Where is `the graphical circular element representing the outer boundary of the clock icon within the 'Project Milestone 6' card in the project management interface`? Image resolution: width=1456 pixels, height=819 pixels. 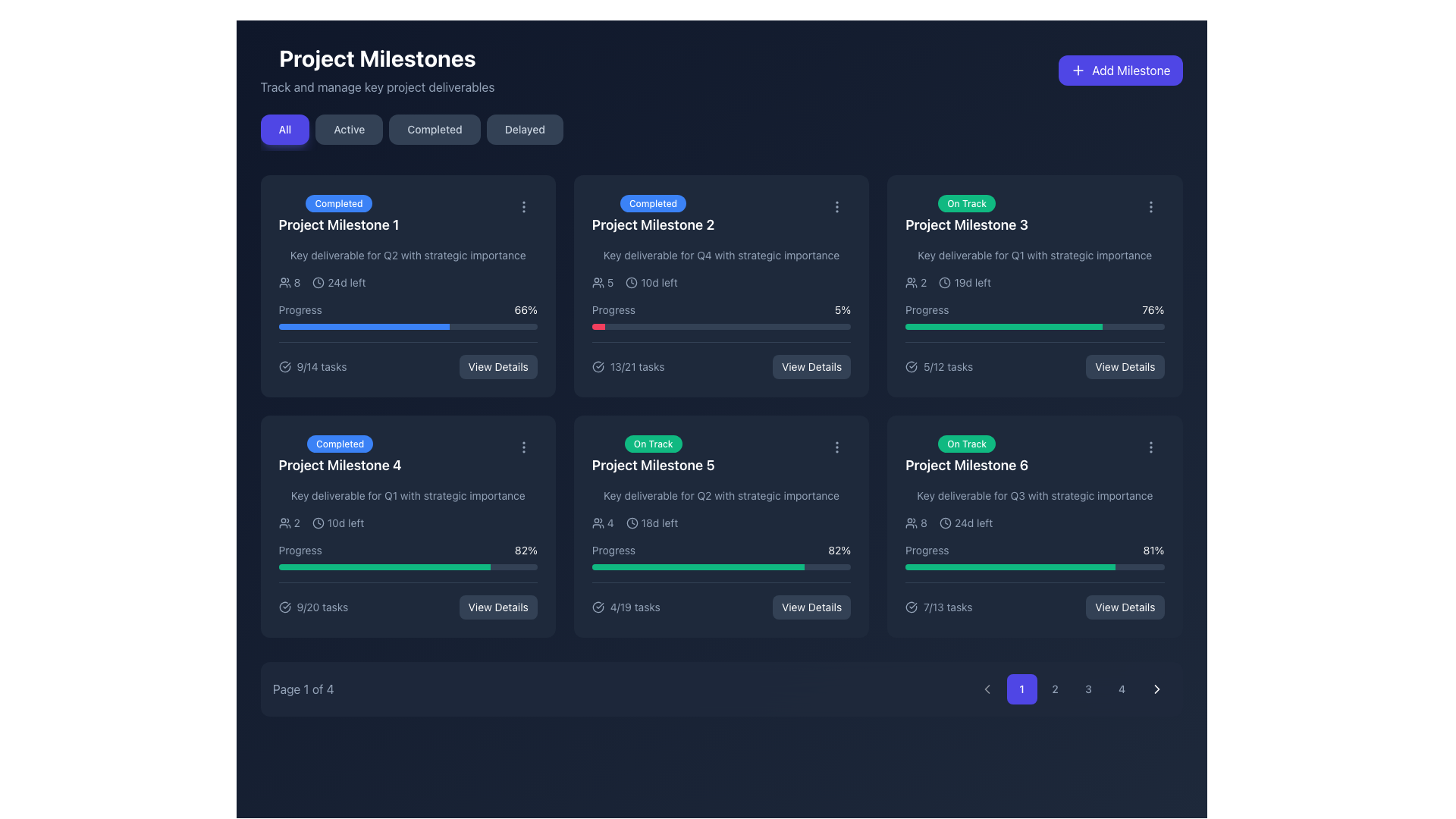
the graphical circular element representing the outer boundary of the clock icon within the 'Project Milestone 6' card in the project management interface is located at coordinates (945, 522).